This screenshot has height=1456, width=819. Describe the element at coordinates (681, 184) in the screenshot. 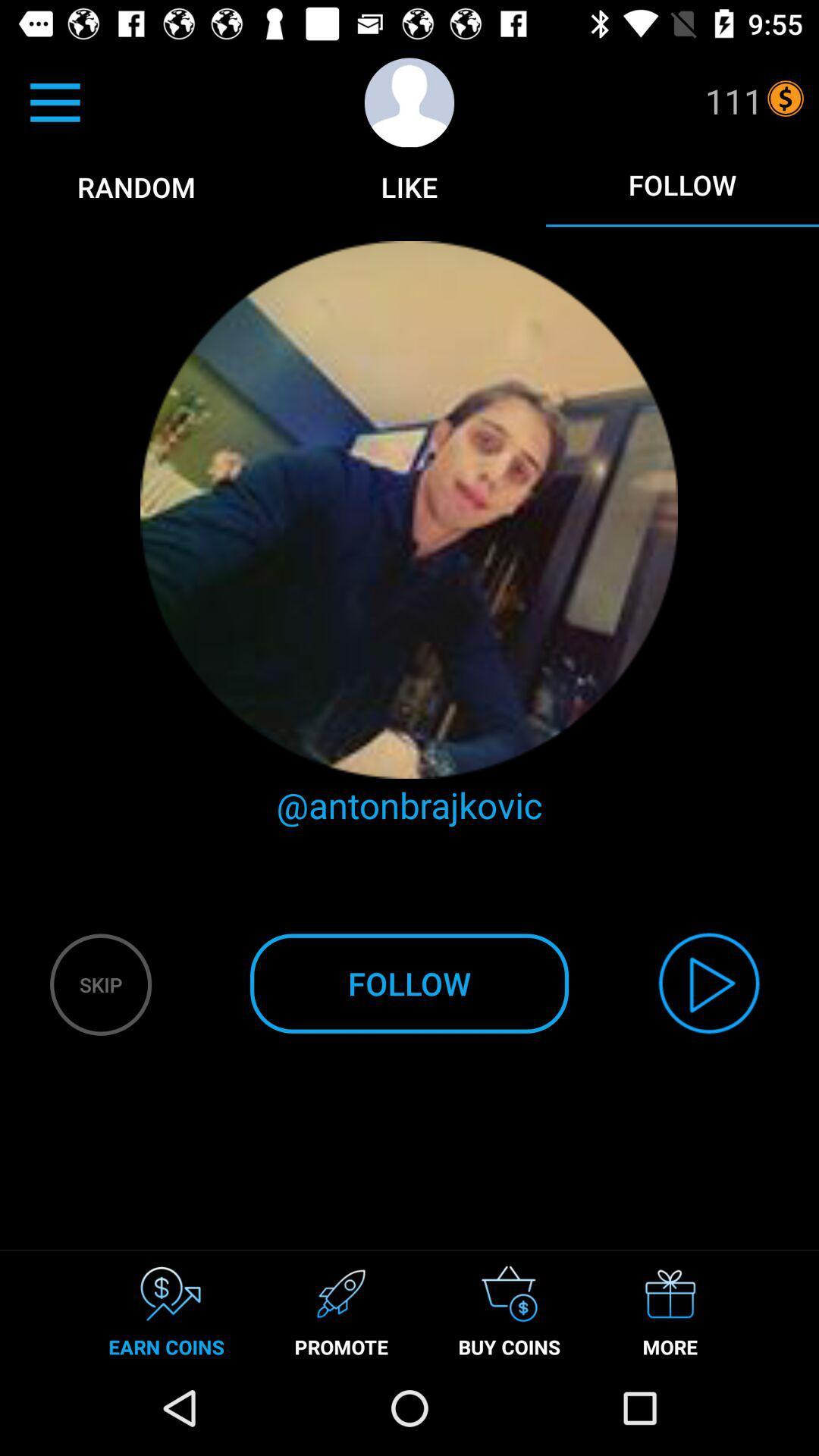

I see `tap the follow button` at that location.